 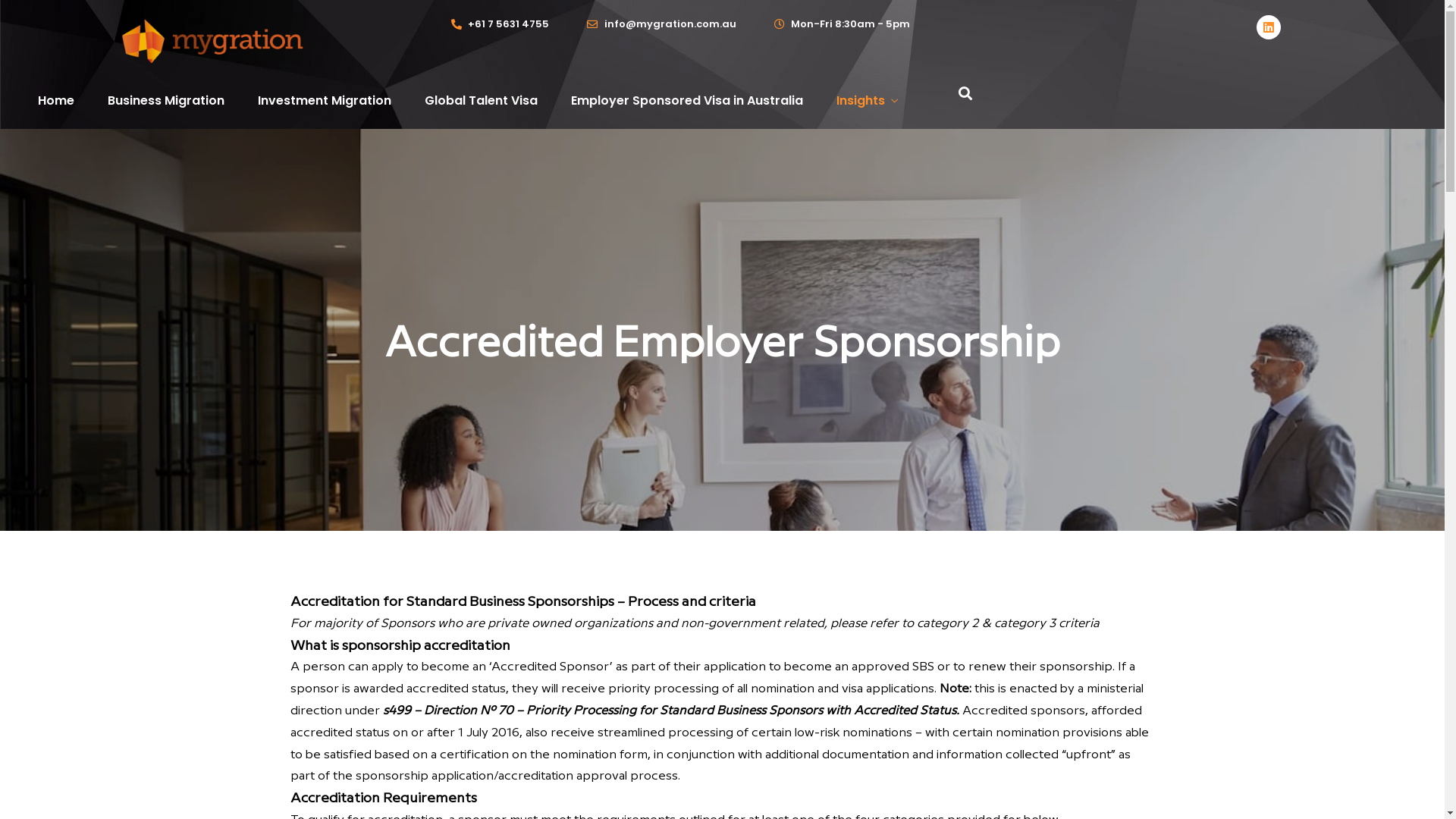 What do you see at coordinates (836, 102) in the screenshot?
I see `'Insights'` at bounding box center [836, 102].